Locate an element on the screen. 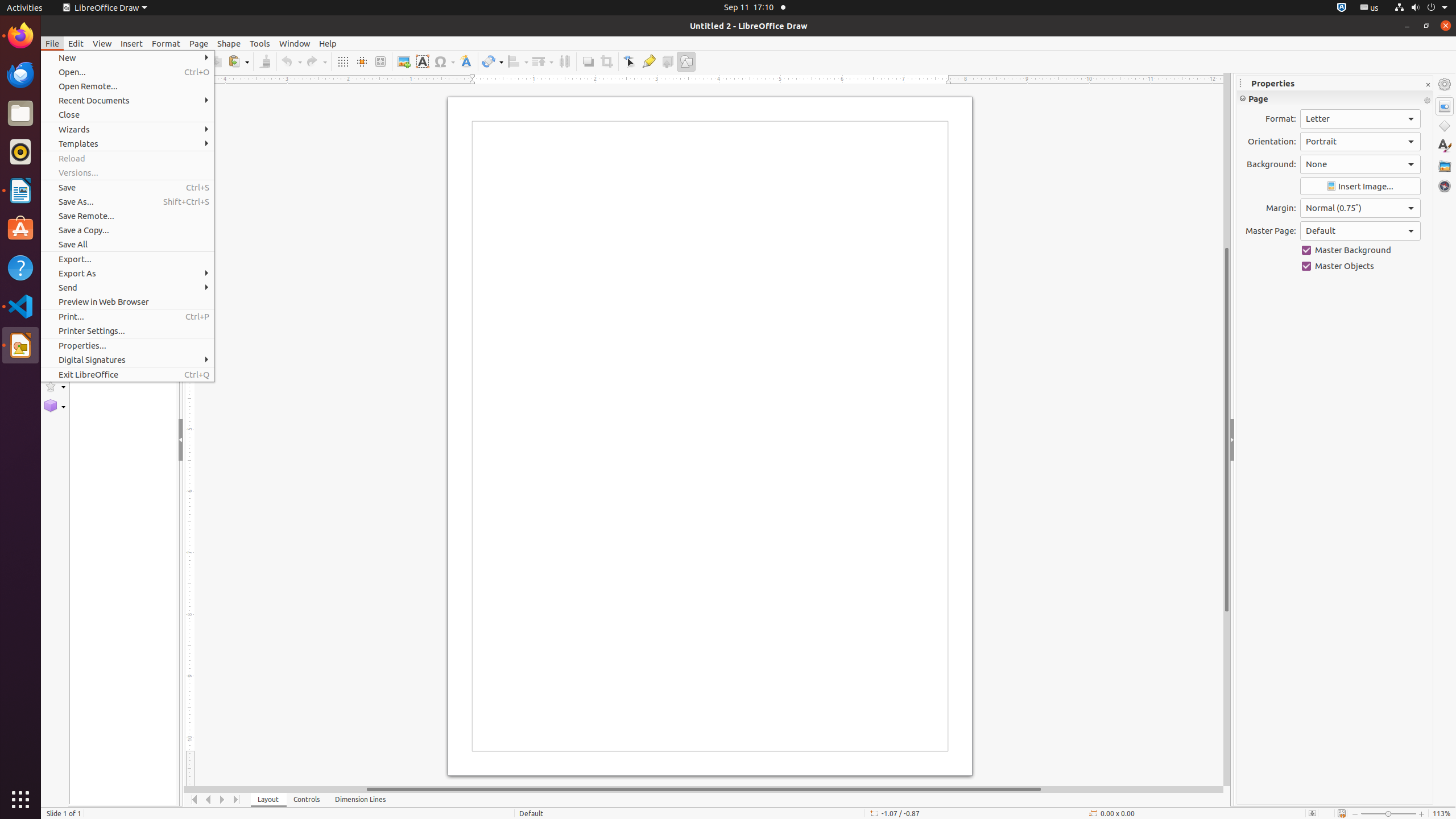  'Versions...' is located at coordinates (127, 172).